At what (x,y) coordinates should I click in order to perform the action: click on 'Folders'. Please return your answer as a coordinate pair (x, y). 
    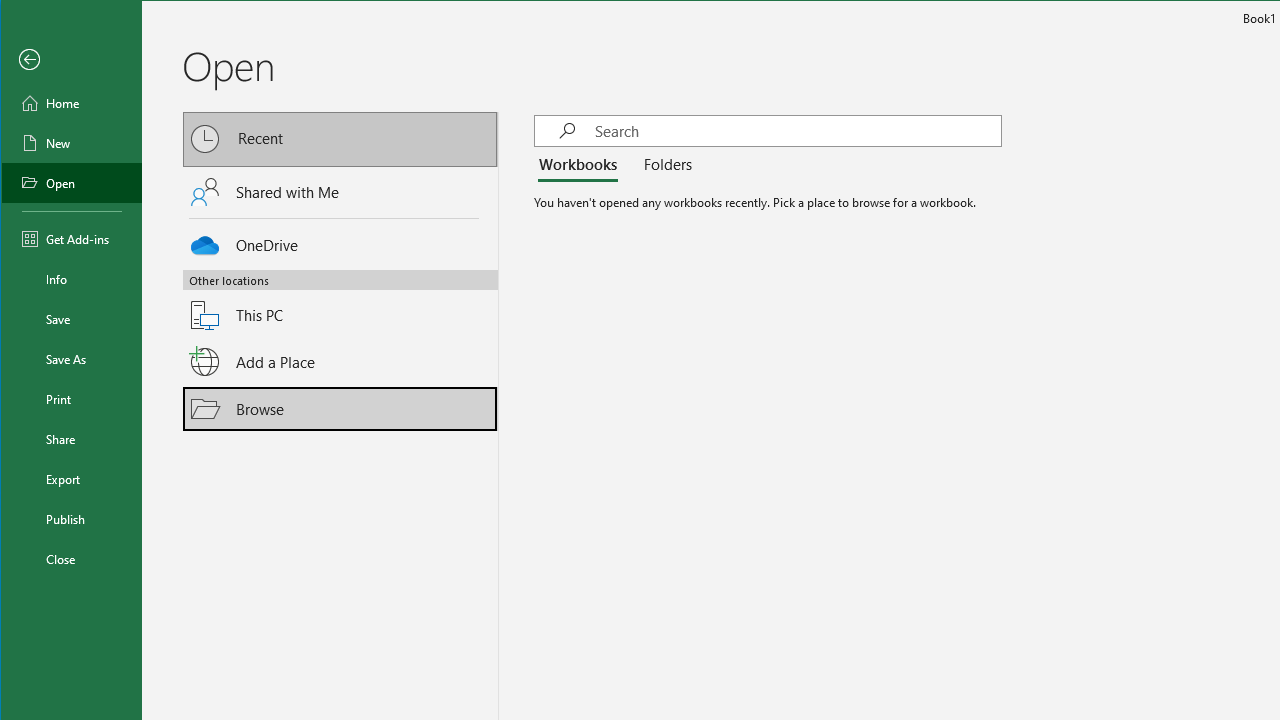
    Looking at the image, I should click on (663, 164).